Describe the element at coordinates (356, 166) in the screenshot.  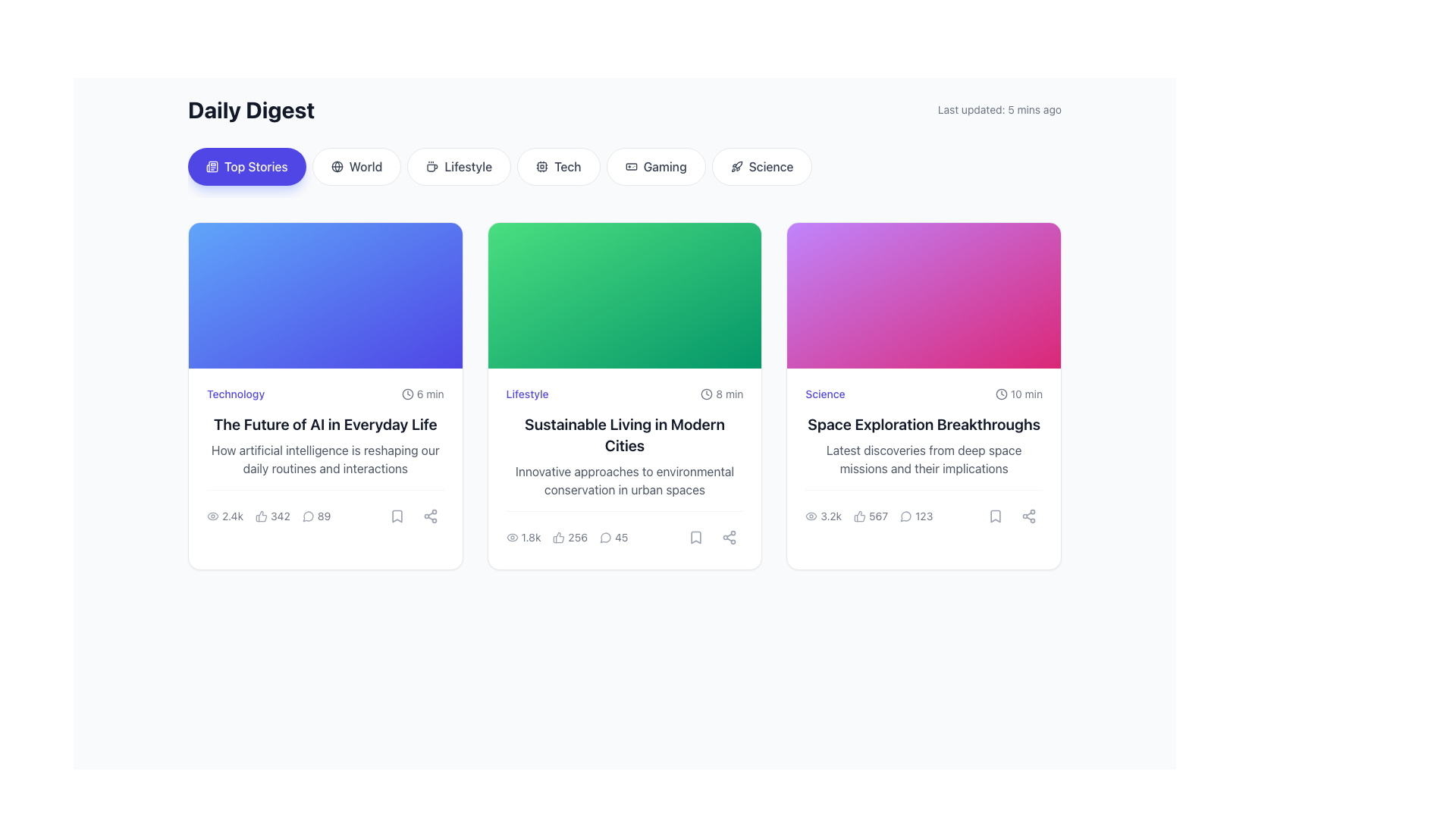
I see `the 'World' category selector button, which is the second button in a horizontal list located near the top of the page, positioned between the 'Top Stories' and 'Lifestyle' buttons` at that location.